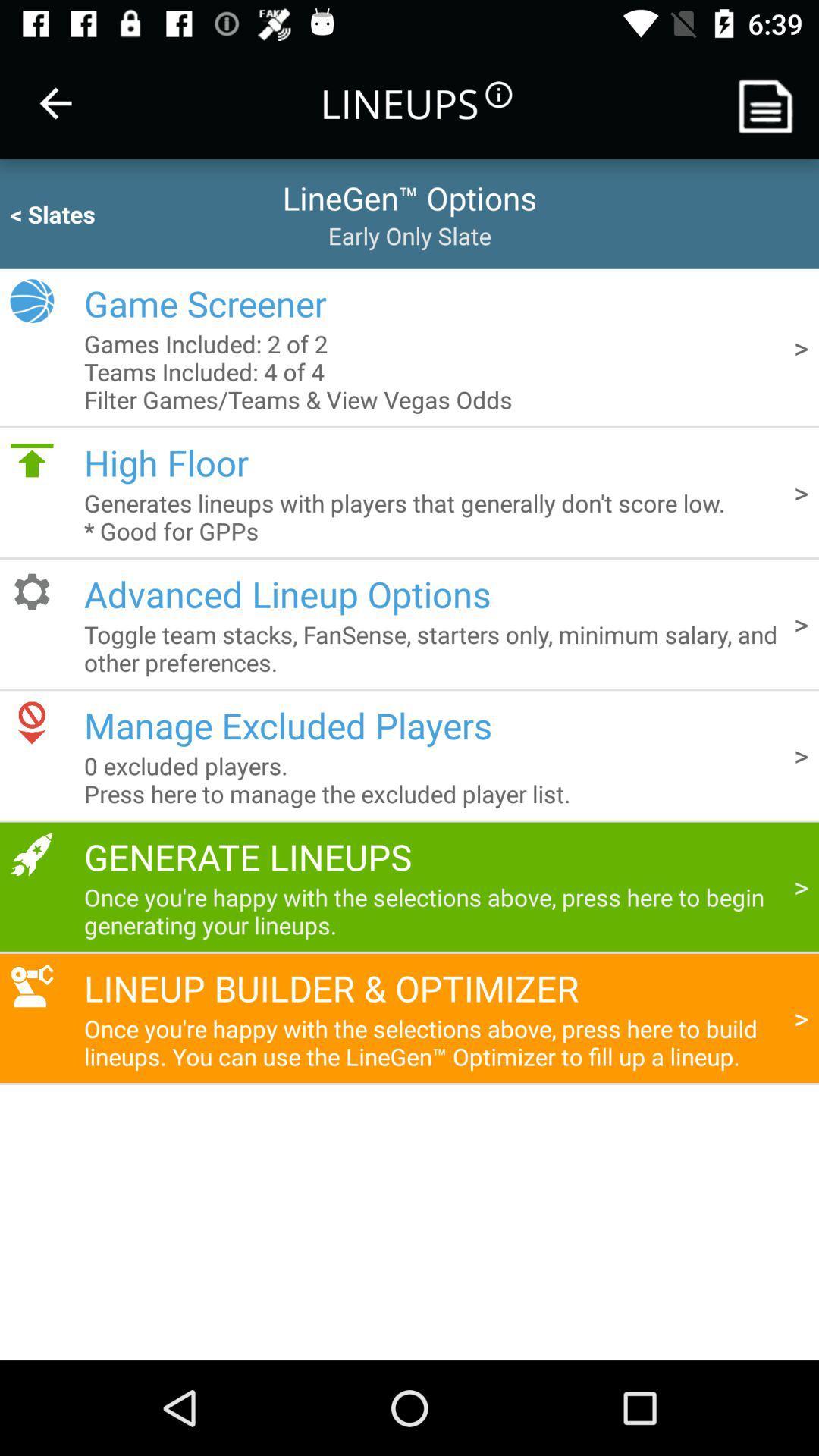  What do you see at coordinates (82, 213) in the screenshot?
I see `< slates icon` at bounding box center [82, 213].